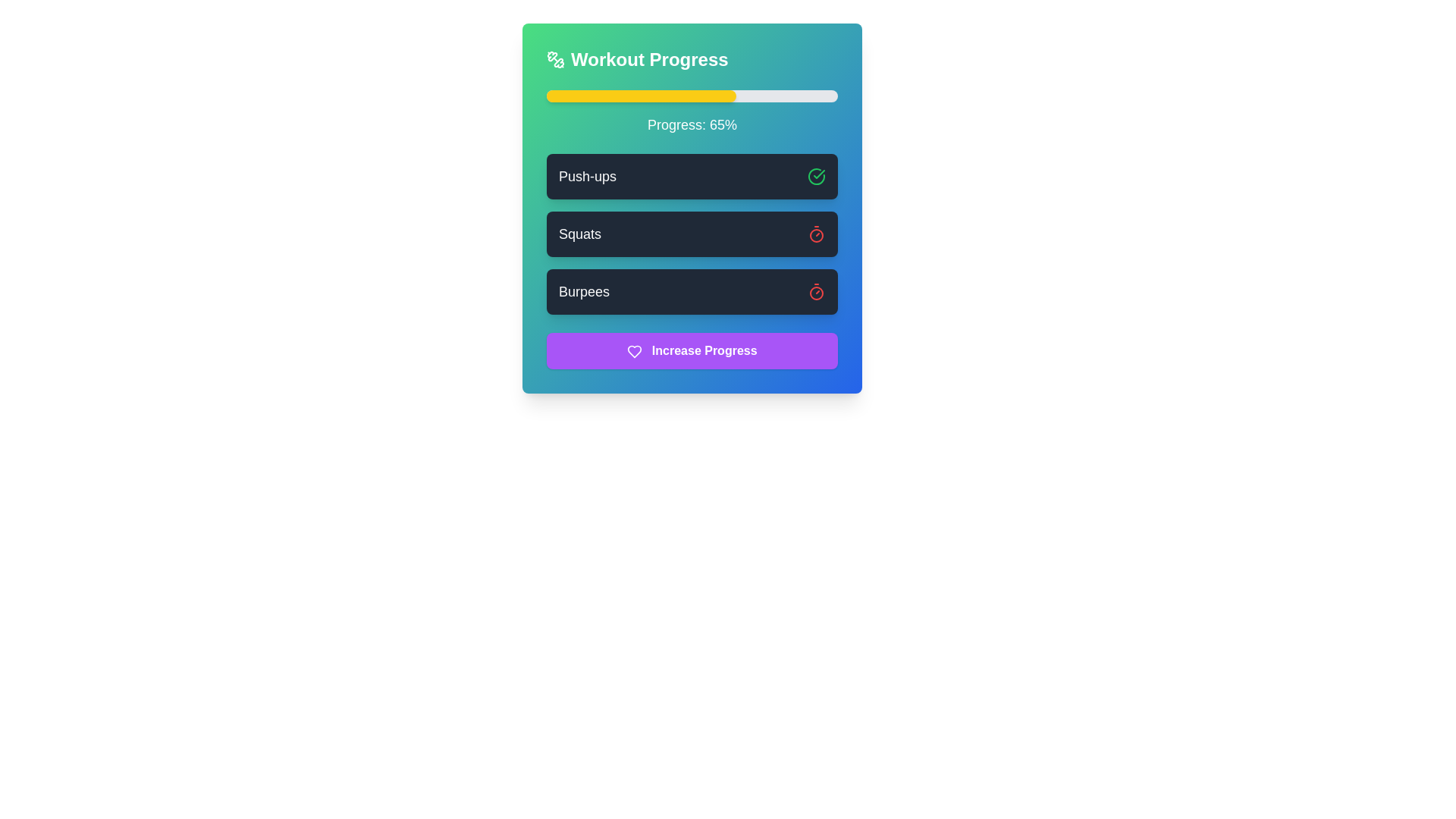 The height and width of the screenshot is (819, 1456). I want to click on the heart icon which serves as a status indicator for favorite items, located below the progress bar and aligned with the 'Burpees' text label, so click(635, 351).